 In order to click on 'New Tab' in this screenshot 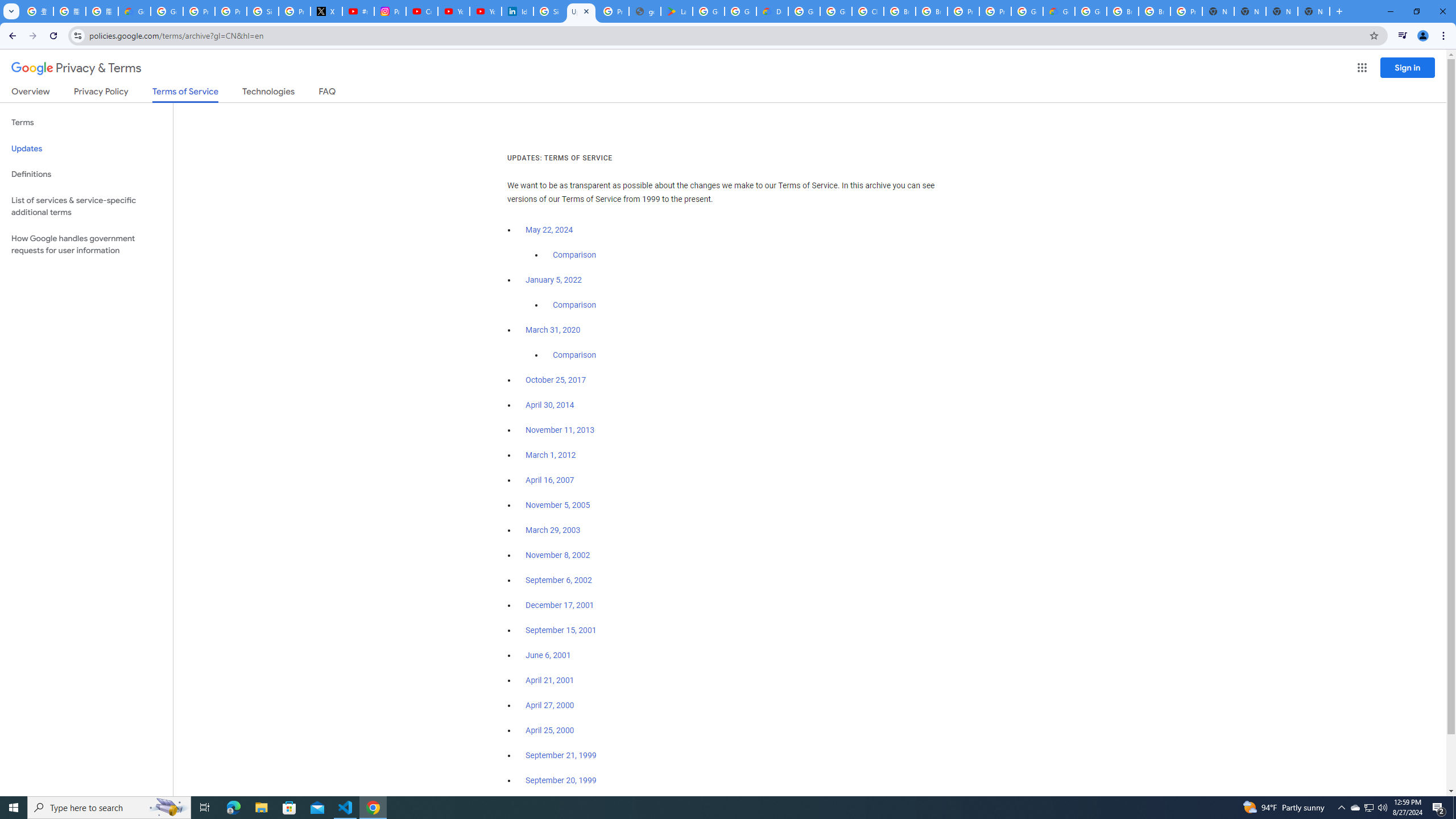, I will do `click(1314, 11)`.